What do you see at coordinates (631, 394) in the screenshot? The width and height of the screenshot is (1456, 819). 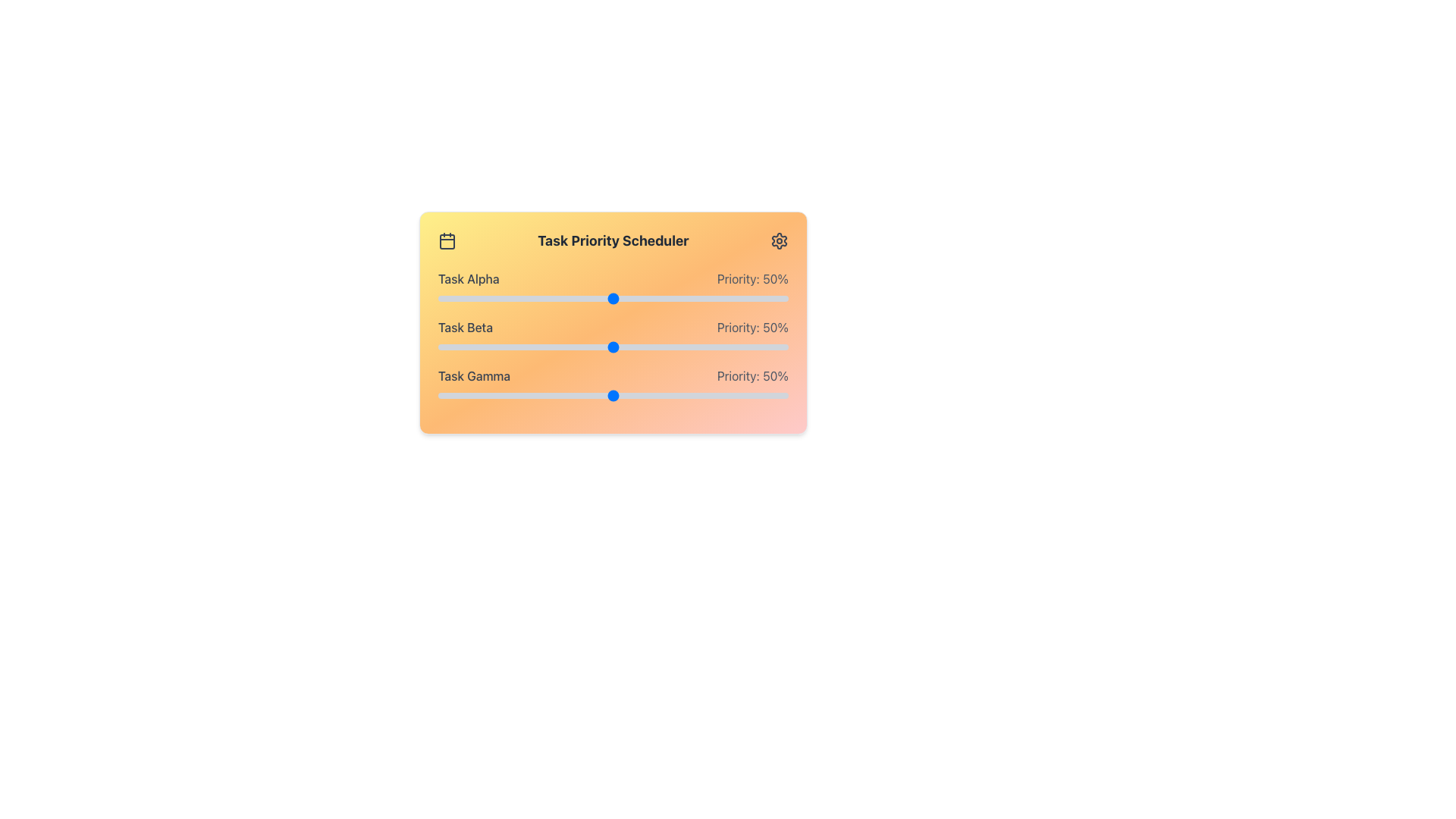 I see `the priority of Task Gamma` at bounding box center [631, 394].